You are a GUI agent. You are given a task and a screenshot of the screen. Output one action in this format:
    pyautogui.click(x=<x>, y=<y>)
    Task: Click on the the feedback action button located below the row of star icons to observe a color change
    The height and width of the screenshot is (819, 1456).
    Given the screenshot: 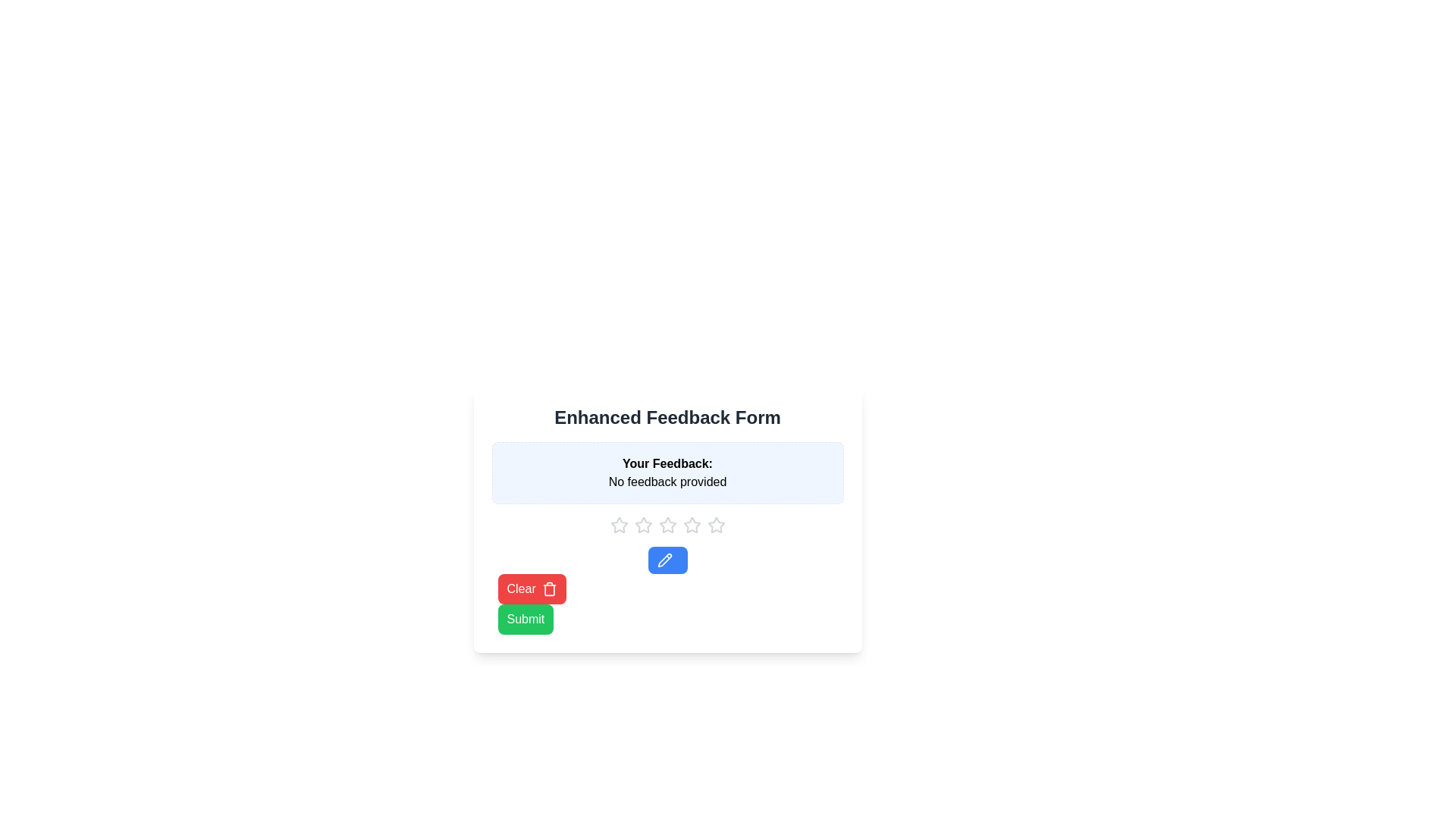 What is the action you would take?
    pyautogui.click(x=667, y=560)
    